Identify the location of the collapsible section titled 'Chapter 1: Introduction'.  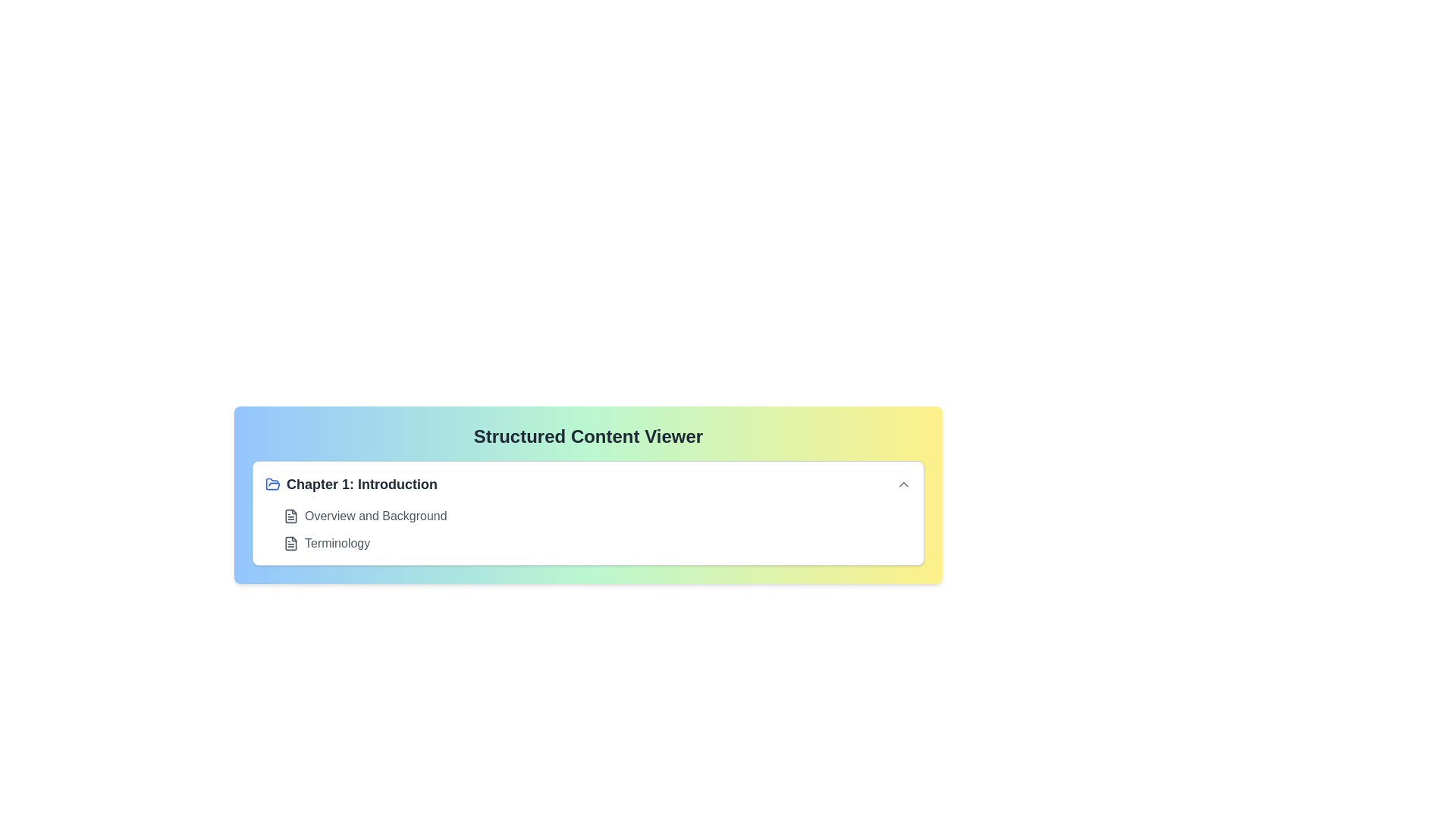
(588, 513).